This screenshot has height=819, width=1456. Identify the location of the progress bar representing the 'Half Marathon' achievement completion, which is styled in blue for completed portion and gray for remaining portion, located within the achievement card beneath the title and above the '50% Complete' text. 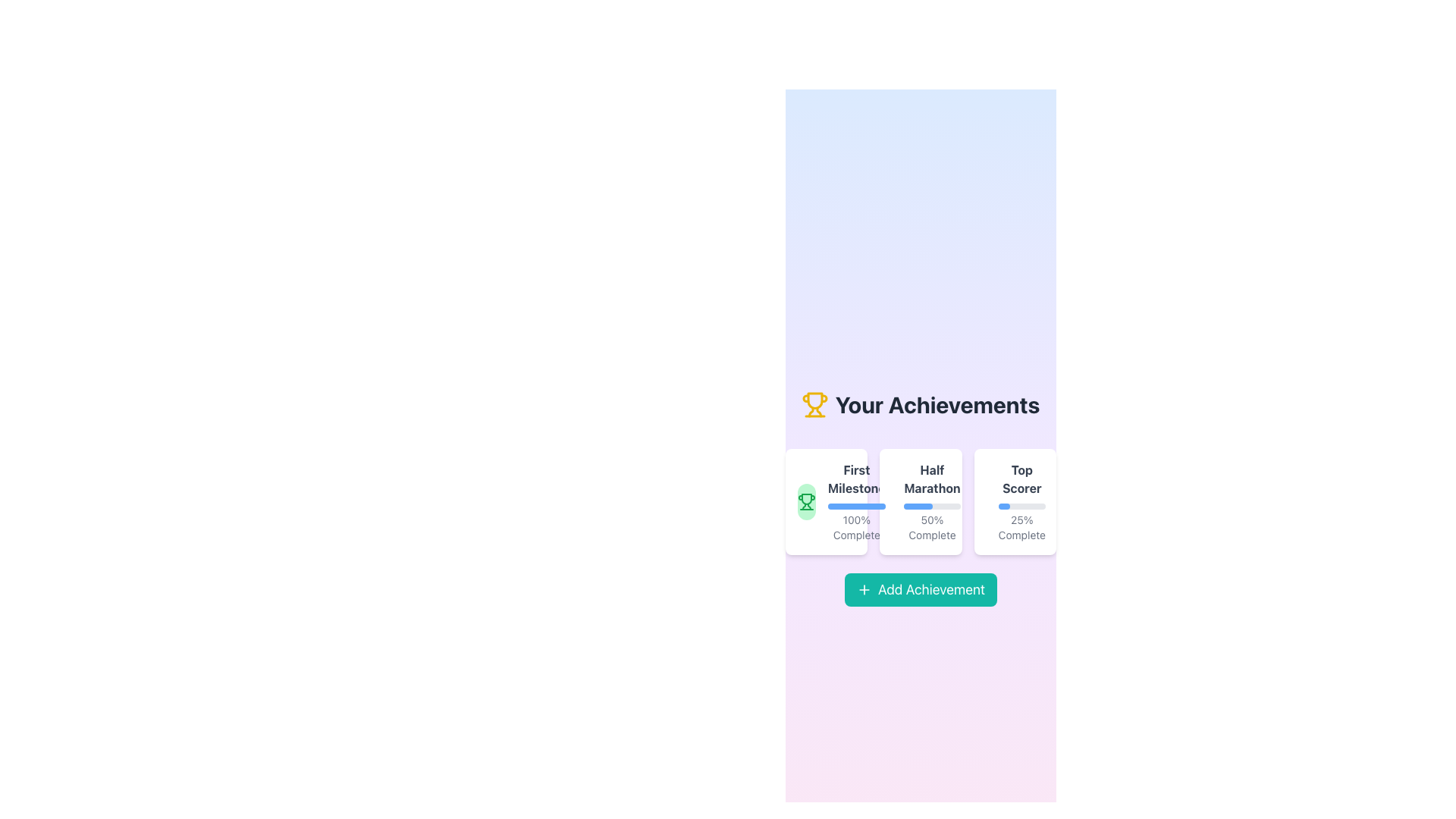
(931, 506).